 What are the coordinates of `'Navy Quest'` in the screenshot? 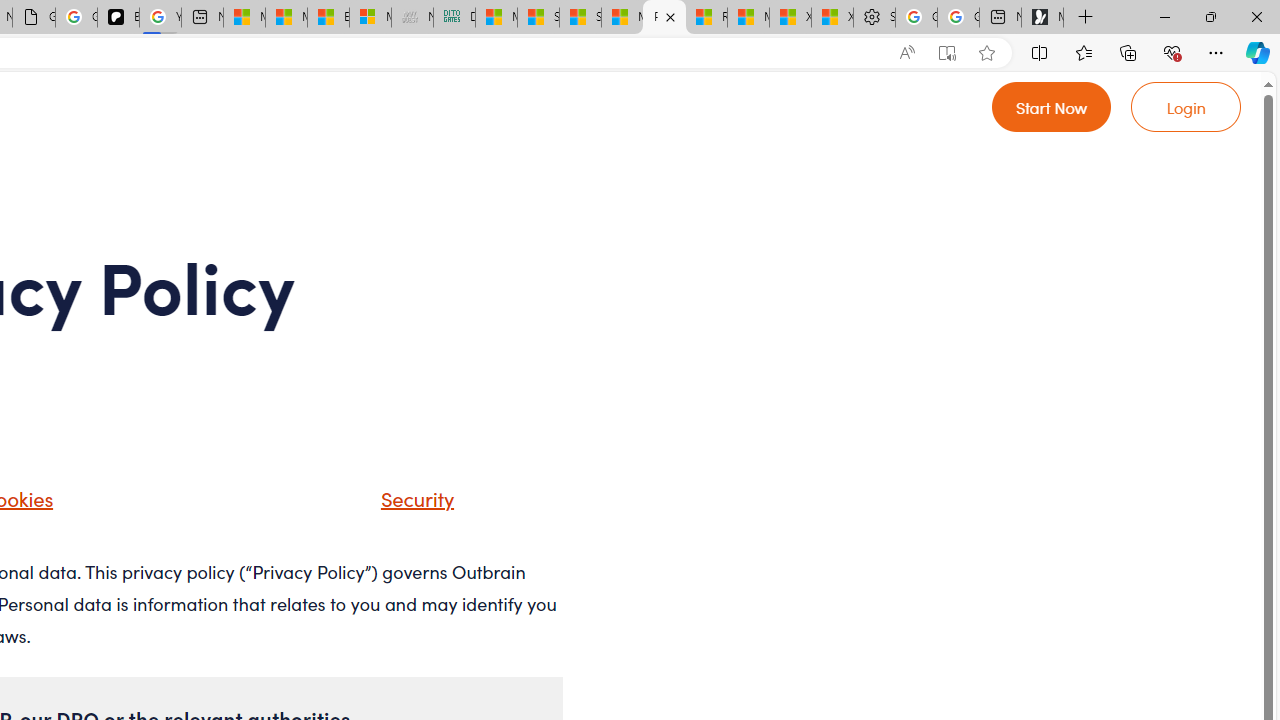 It's located at (411, 17).